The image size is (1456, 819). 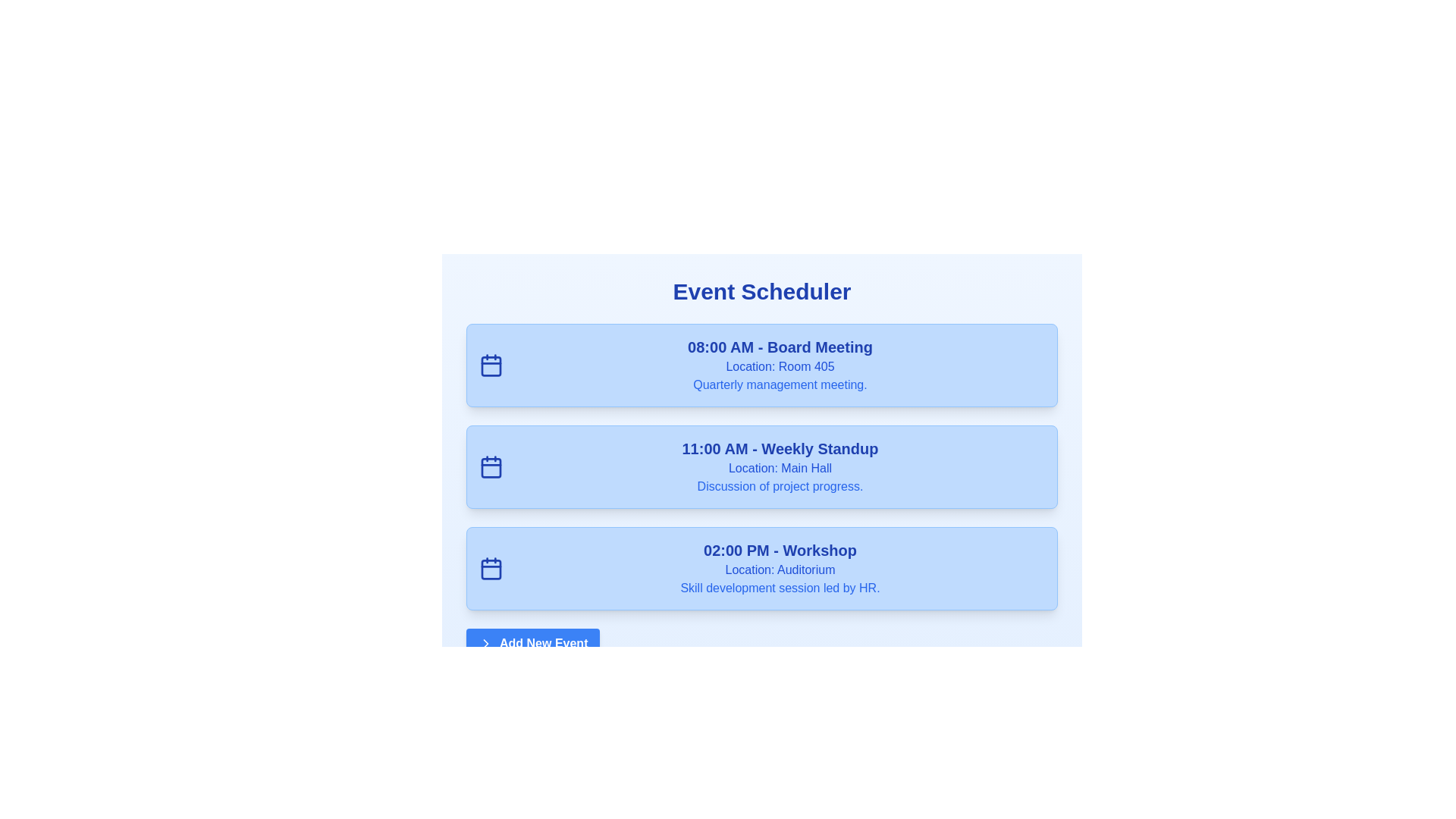 What do you see at coordinates (780, 568) in the screenshot?
I see `the text block titled '02:00 PM - Workshop'` at bounding box center [780, 568].